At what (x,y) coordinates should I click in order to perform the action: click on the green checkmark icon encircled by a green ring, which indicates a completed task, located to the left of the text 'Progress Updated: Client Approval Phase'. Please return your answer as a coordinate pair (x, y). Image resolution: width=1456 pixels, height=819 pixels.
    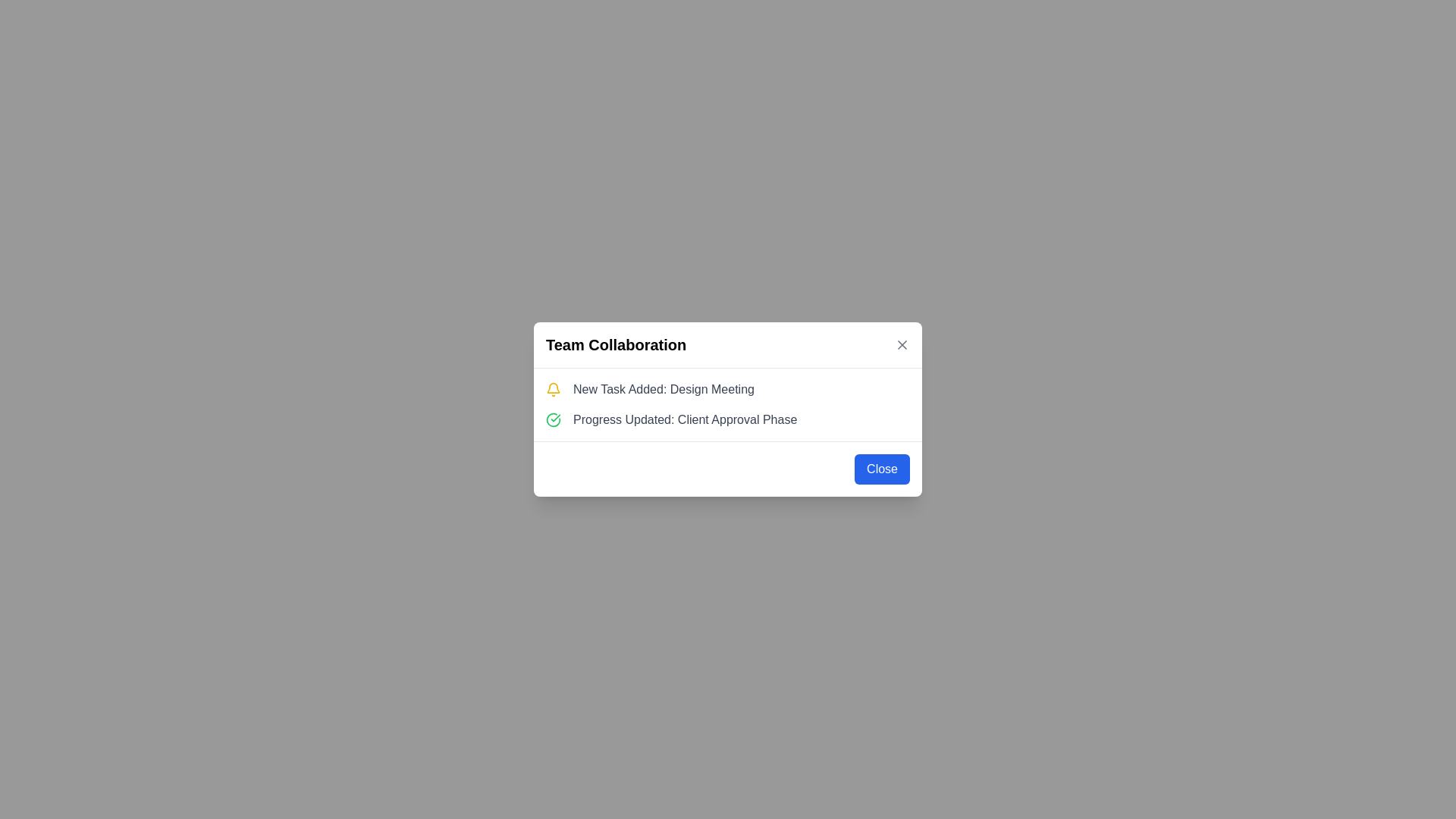
    Looking at the image, I should click on (552, 420).